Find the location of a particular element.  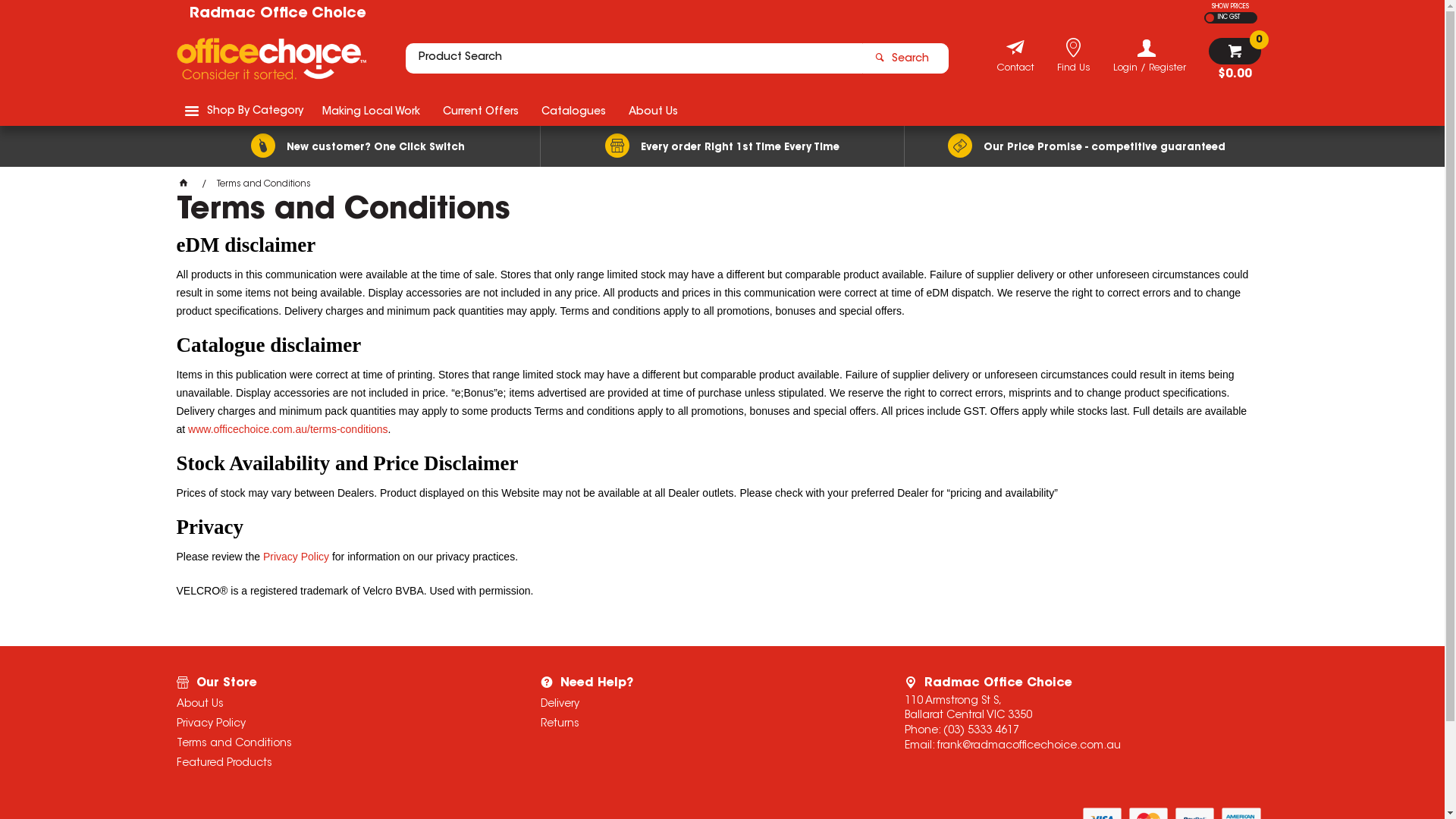

'(03) 5333 4617' is located at coordinates (981, 730).